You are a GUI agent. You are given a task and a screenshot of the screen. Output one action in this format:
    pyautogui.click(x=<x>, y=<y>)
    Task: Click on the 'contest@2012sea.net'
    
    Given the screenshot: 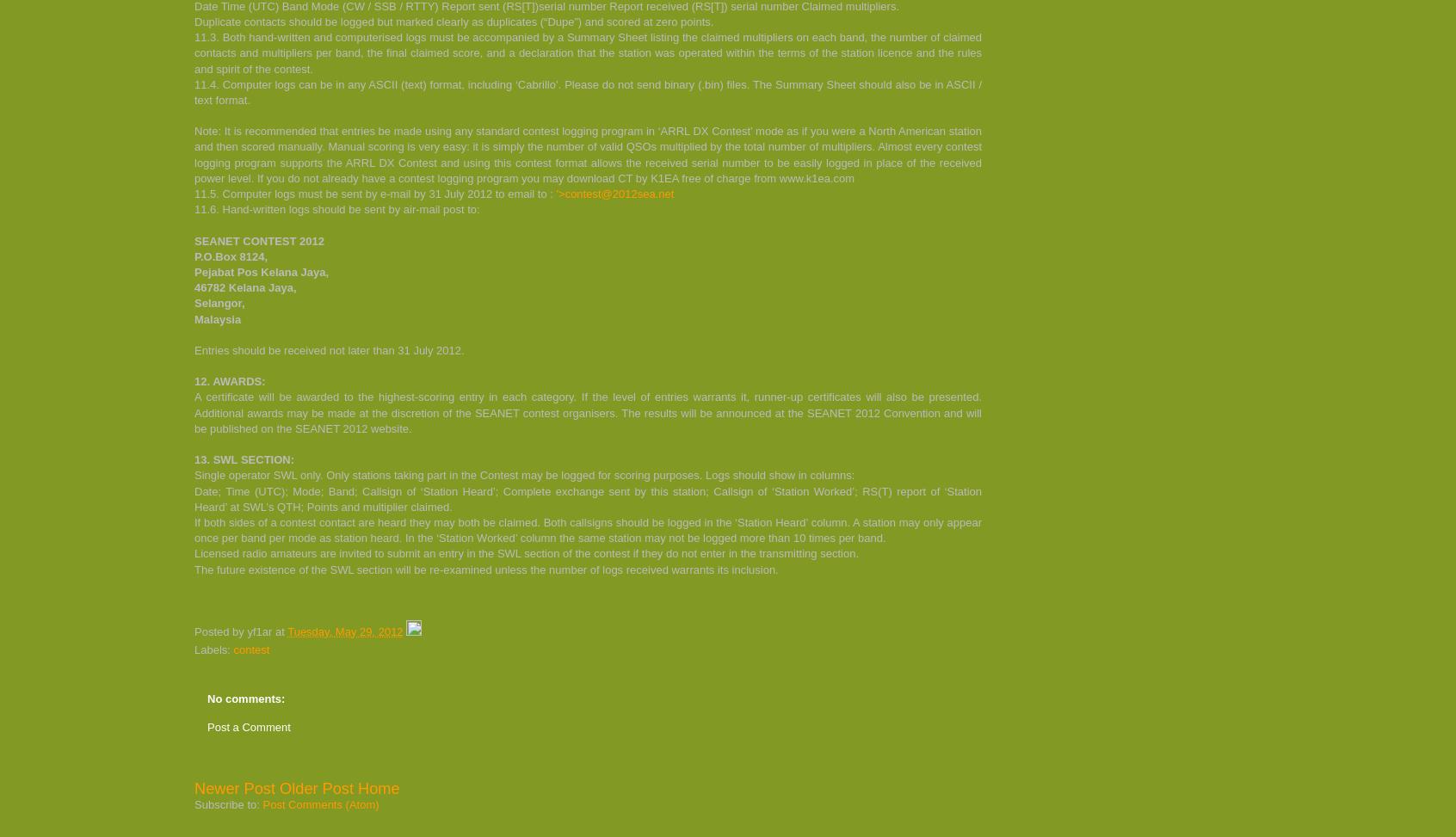 What is the action you would take?
    pyautogui.click(x=618, y=193)
    